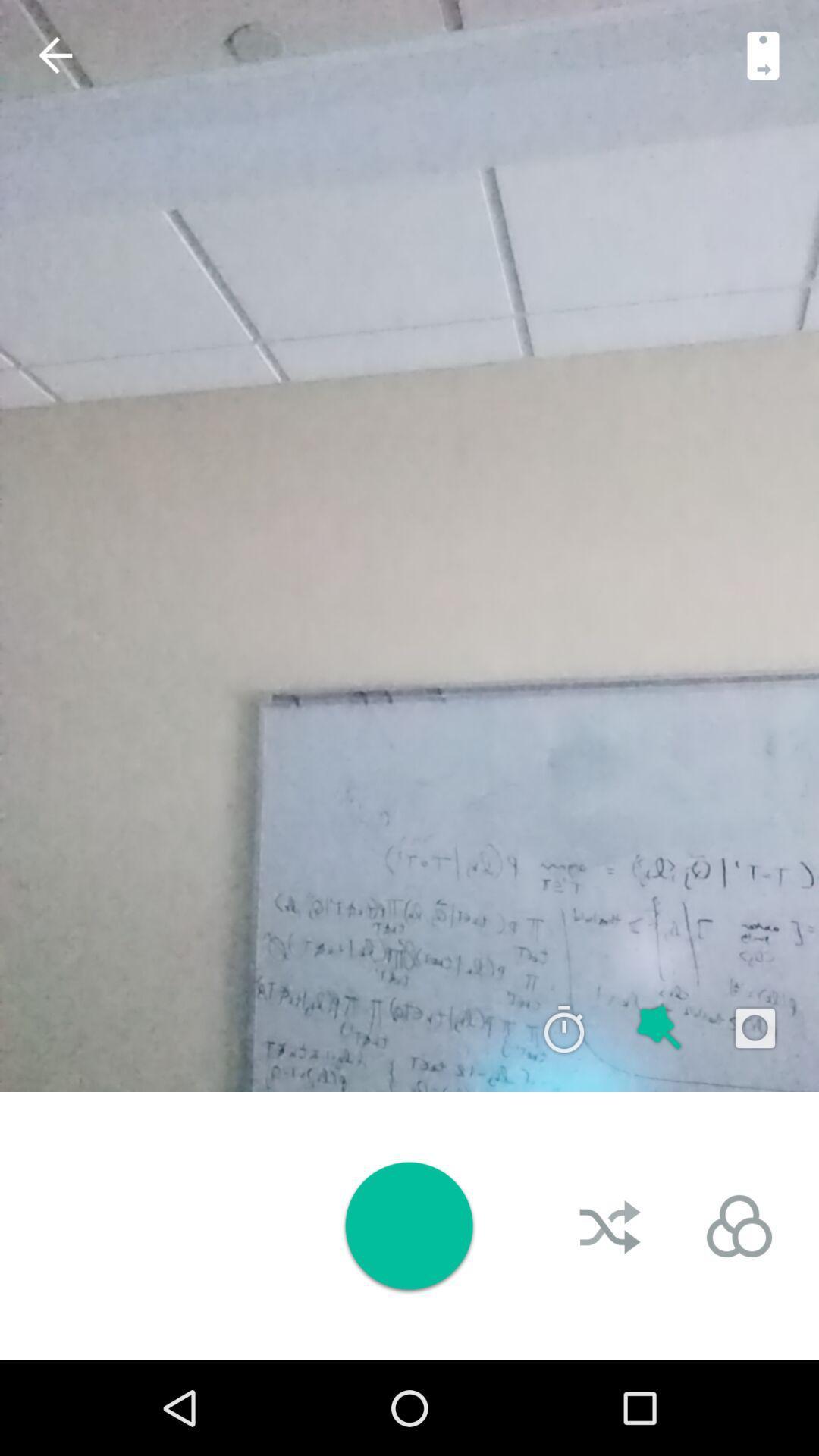 The width and height of the screenshot is (819, 1456). I want to click on adjust zoom level, so click(763, 55).